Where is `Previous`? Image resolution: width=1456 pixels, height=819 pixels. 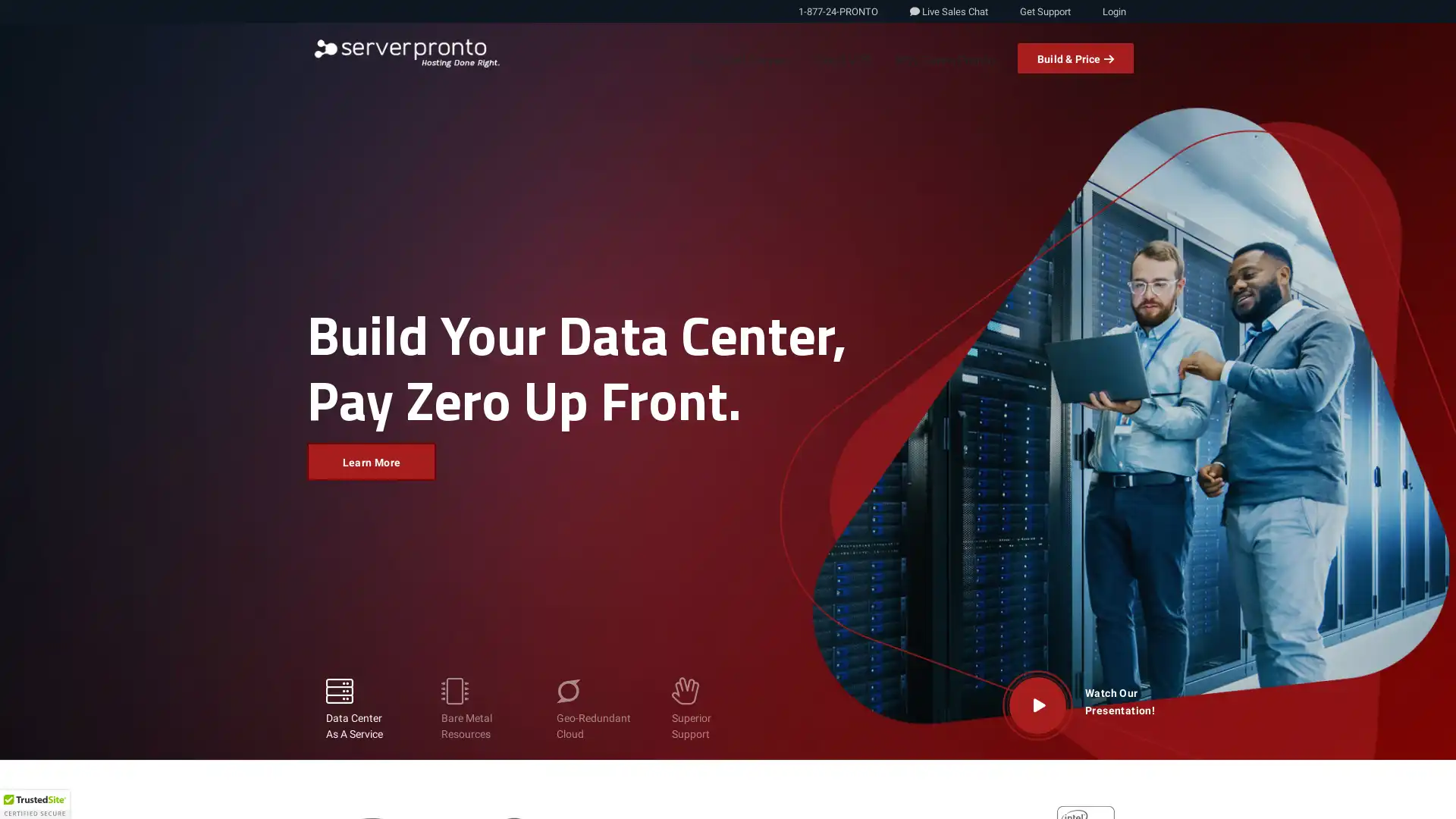 Previous is located at coordinates (46, 406).